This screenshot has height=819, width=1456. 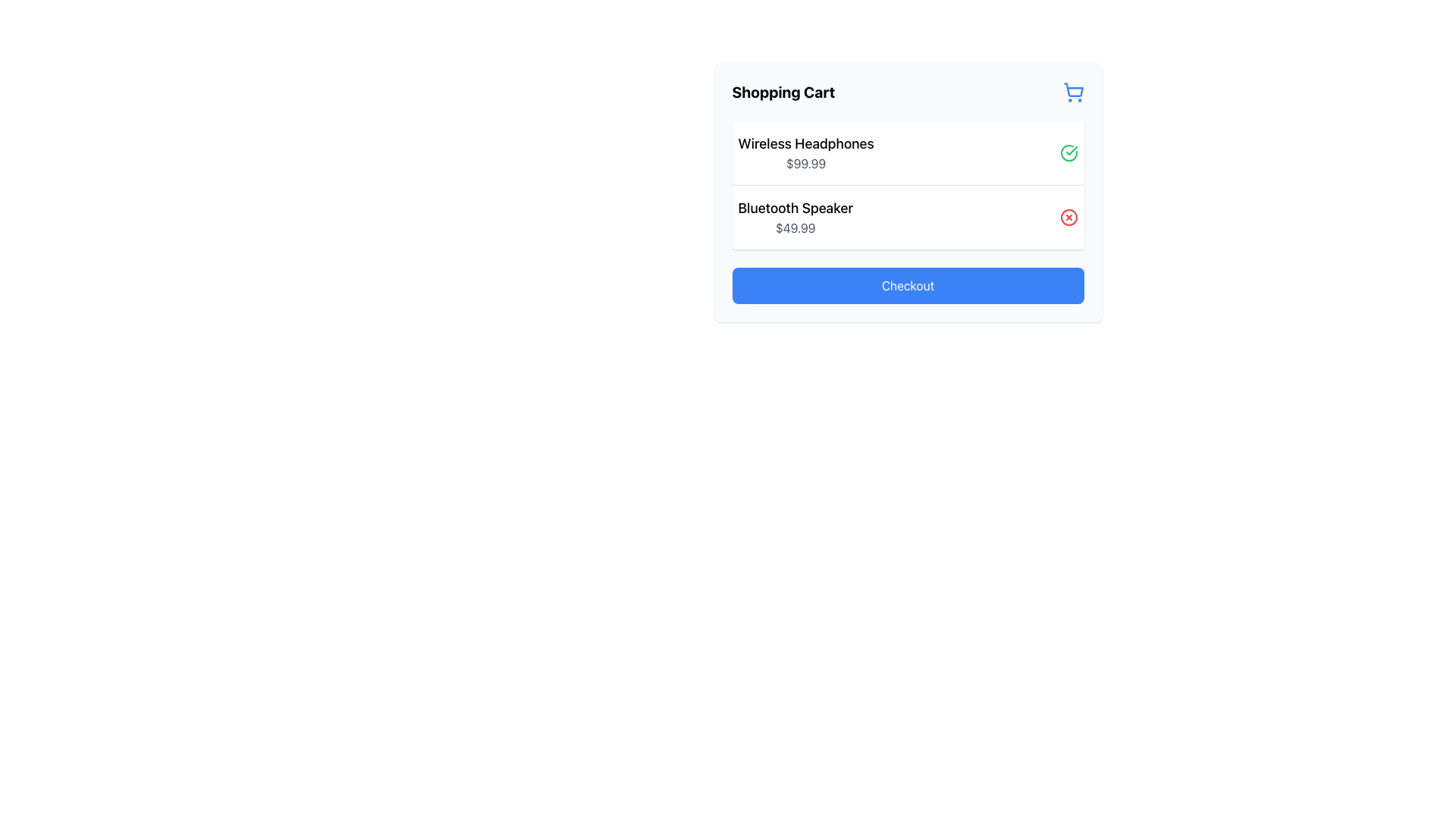 What do you see at coordinates (805, 152) in the screenshot?
I see `the text element that provides information about the product in the cart, positioned above 'Bluetooth Speaker'` at bounding box center [805, 152].